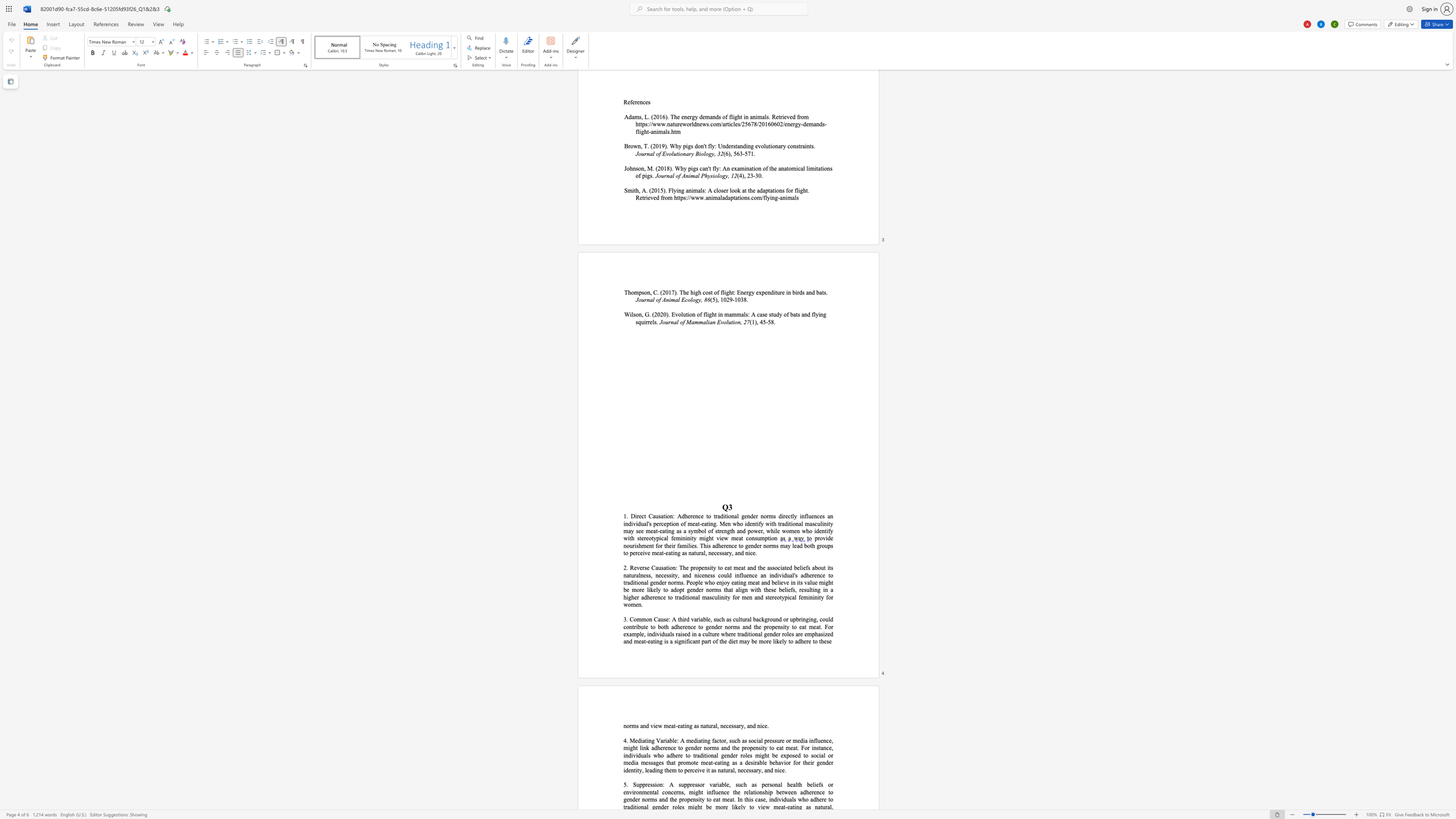 The image size is (1456, 819). I want to click on the space between the continuous character "2" and "." in the text, so click(626, 567).